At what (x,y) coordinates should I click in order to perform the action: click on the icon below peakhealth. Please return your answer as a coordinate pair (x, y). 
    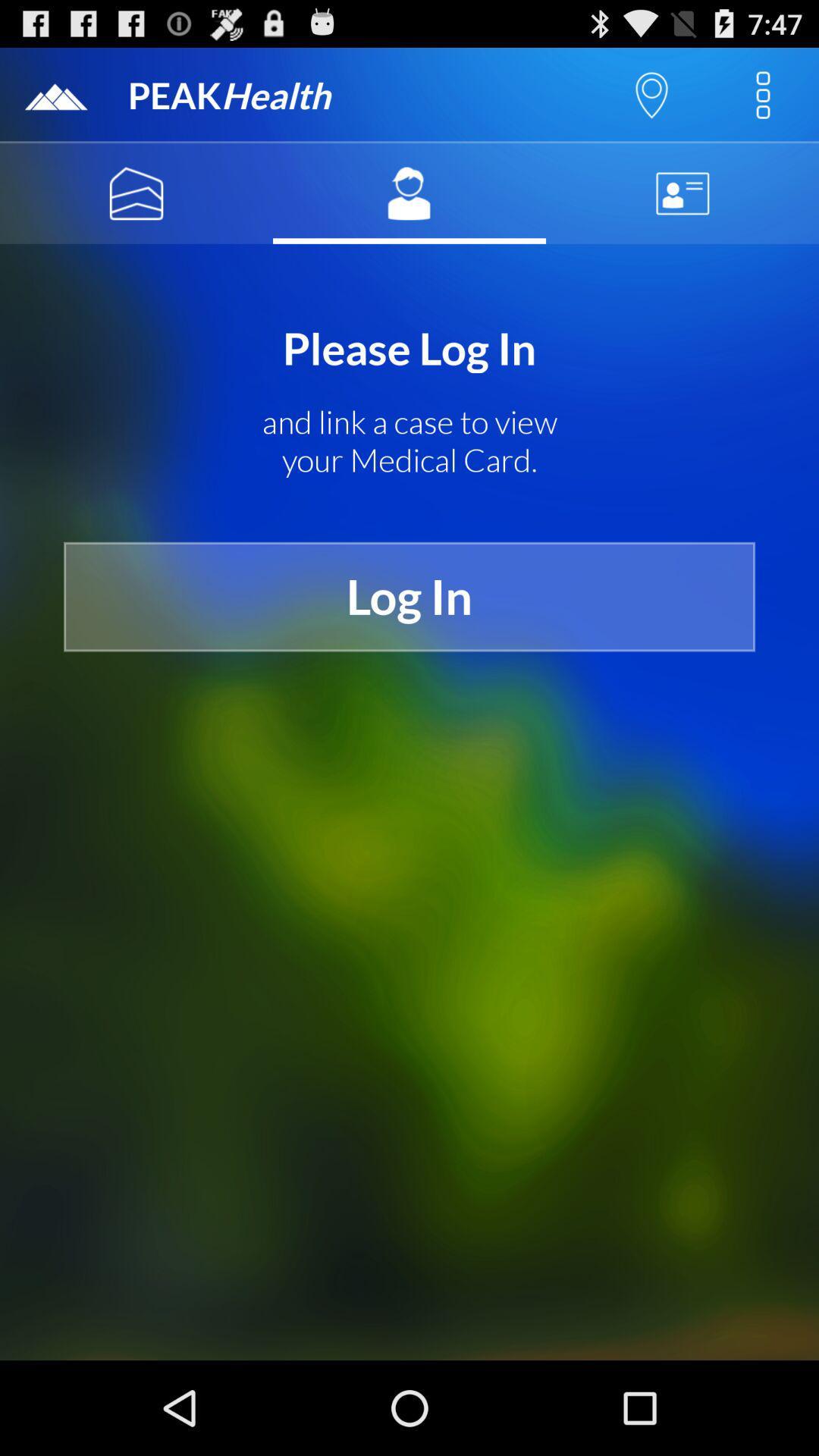
    Looking at the image, I should click on (409, 193).